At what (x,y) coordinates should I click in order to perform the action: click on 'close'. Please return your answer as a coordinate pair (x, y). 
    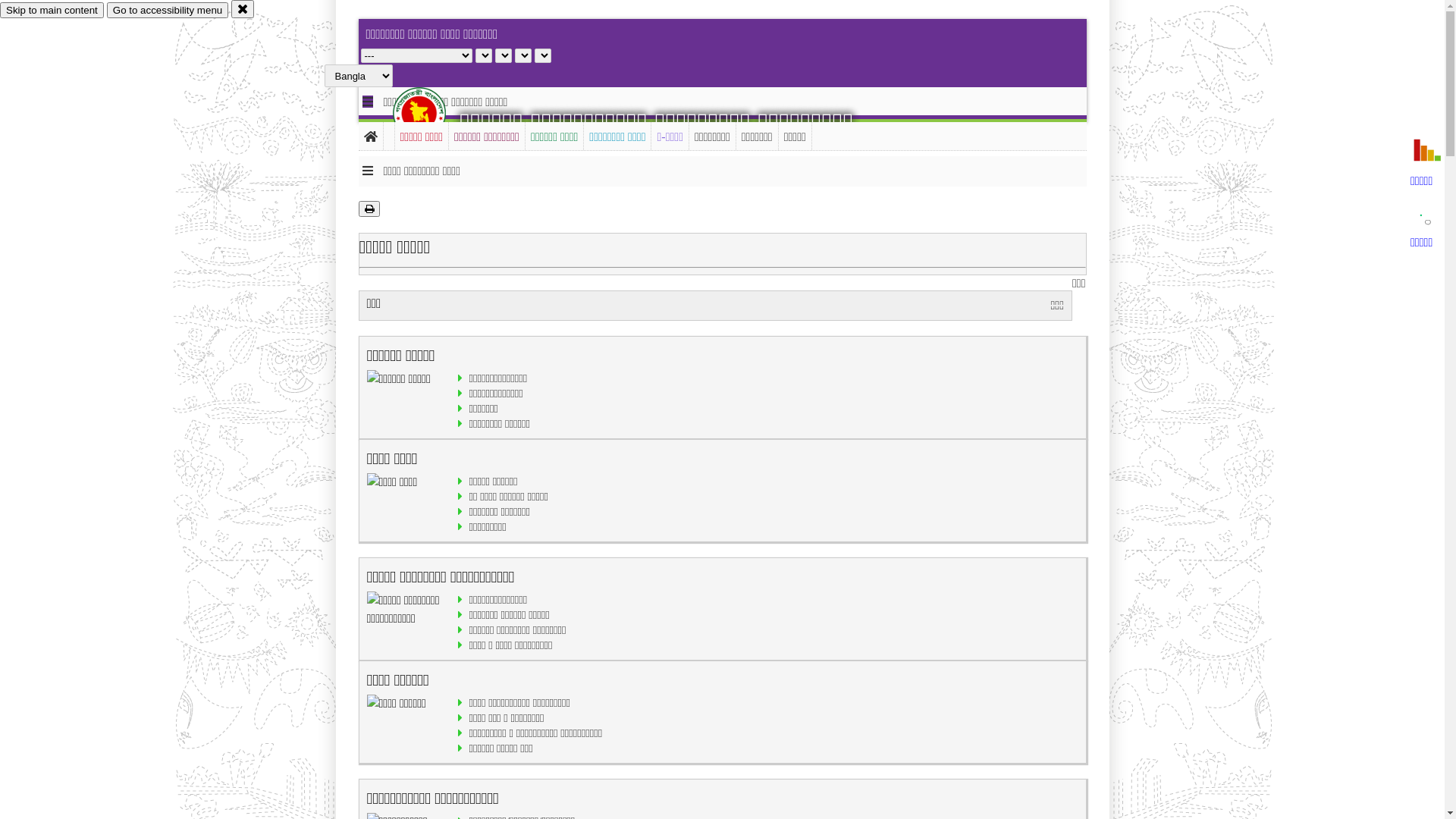
    Looking at the image, I should click on (243, 8).